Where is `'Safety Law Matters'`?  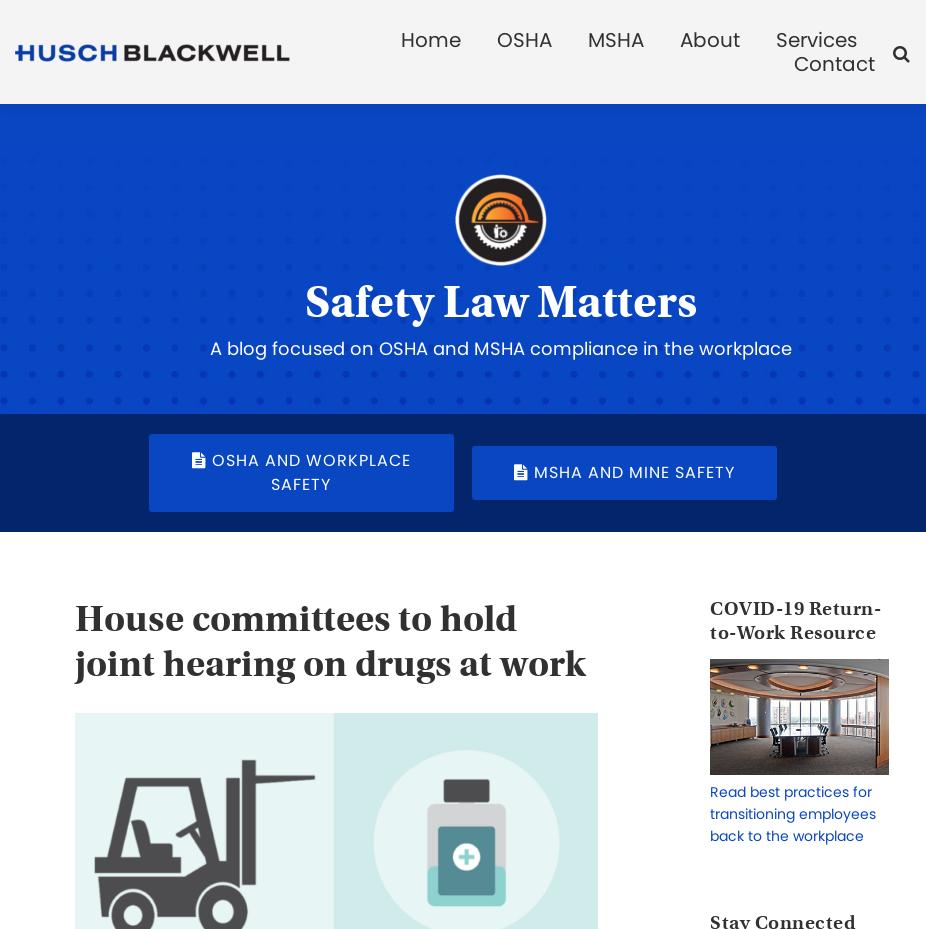 'Safety Law Matters' is located at coordinates (499, 302).